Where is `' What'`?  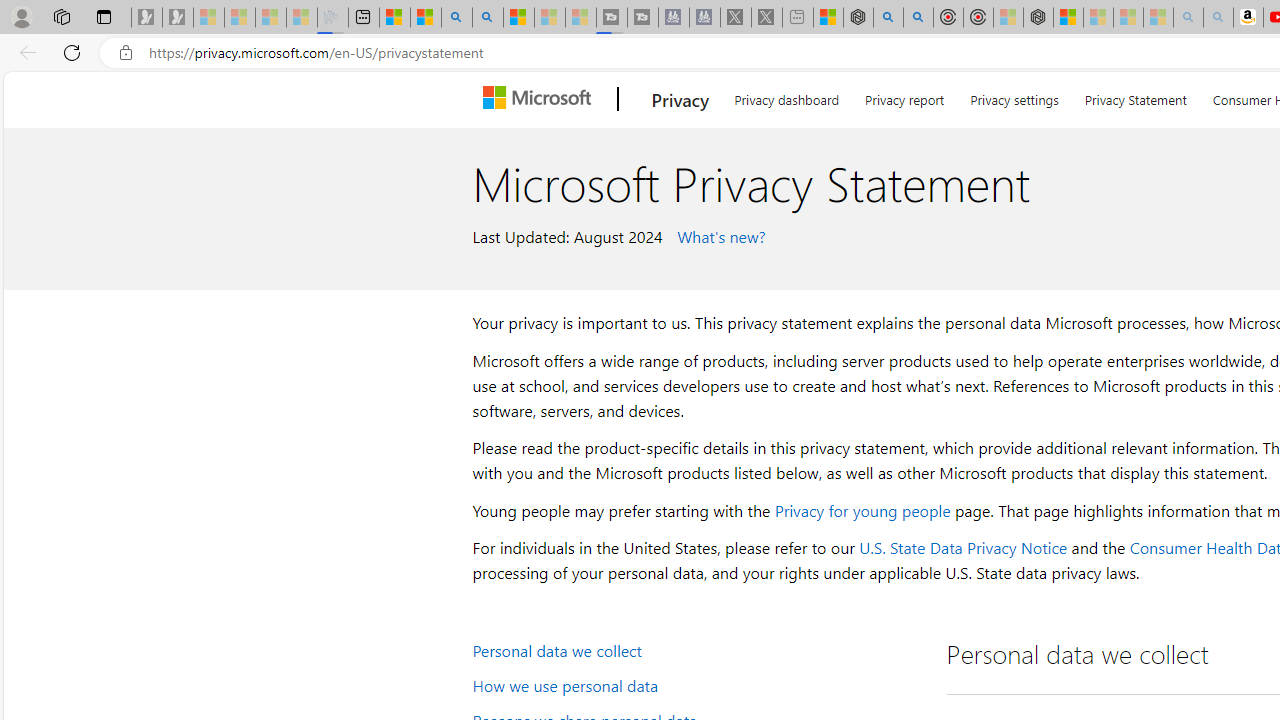 ' What' is located at coordinates (718, 234).